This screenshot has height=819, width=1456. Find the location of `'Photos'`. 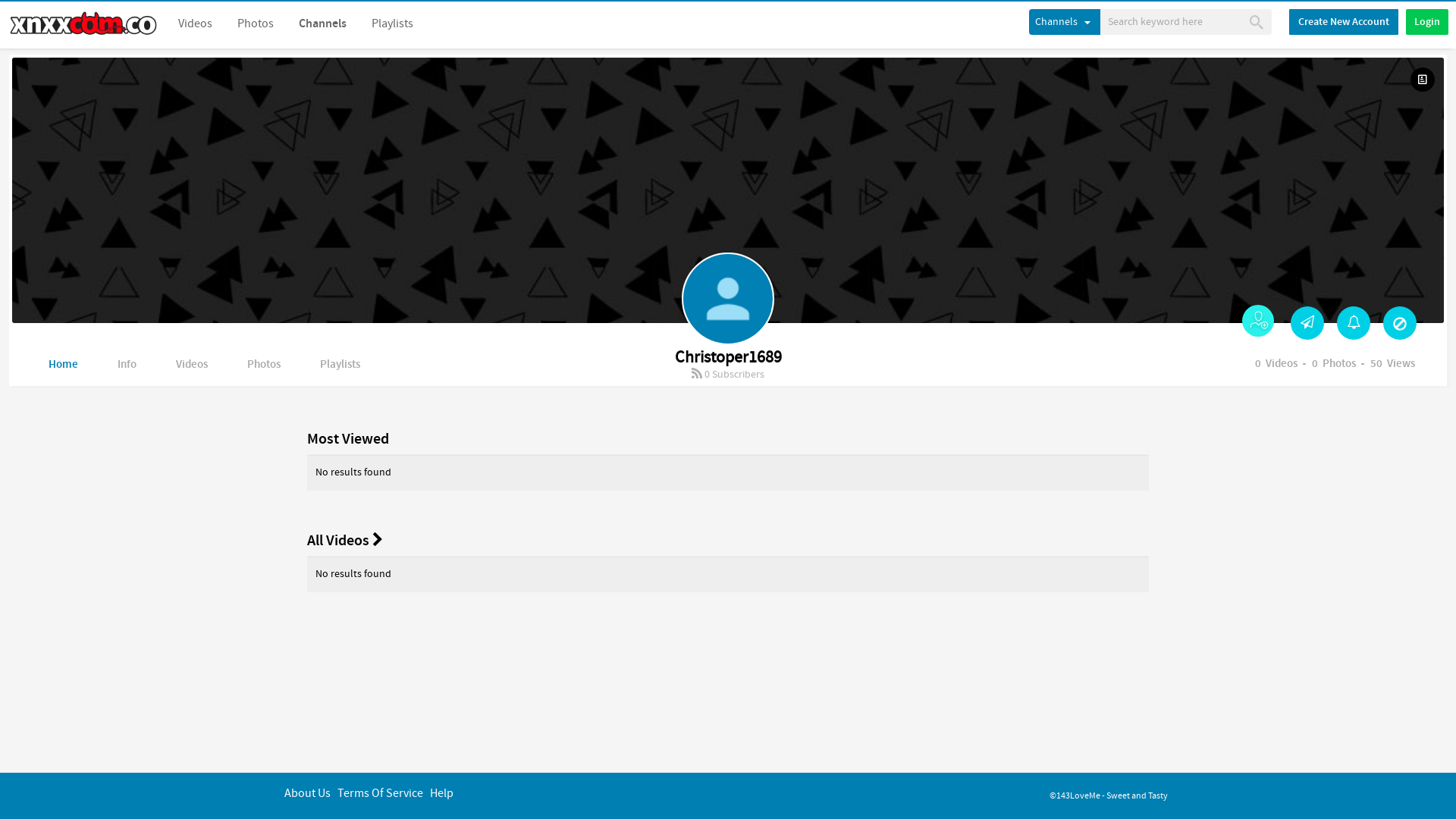

'Photos' is located at coordinates (255, 24).